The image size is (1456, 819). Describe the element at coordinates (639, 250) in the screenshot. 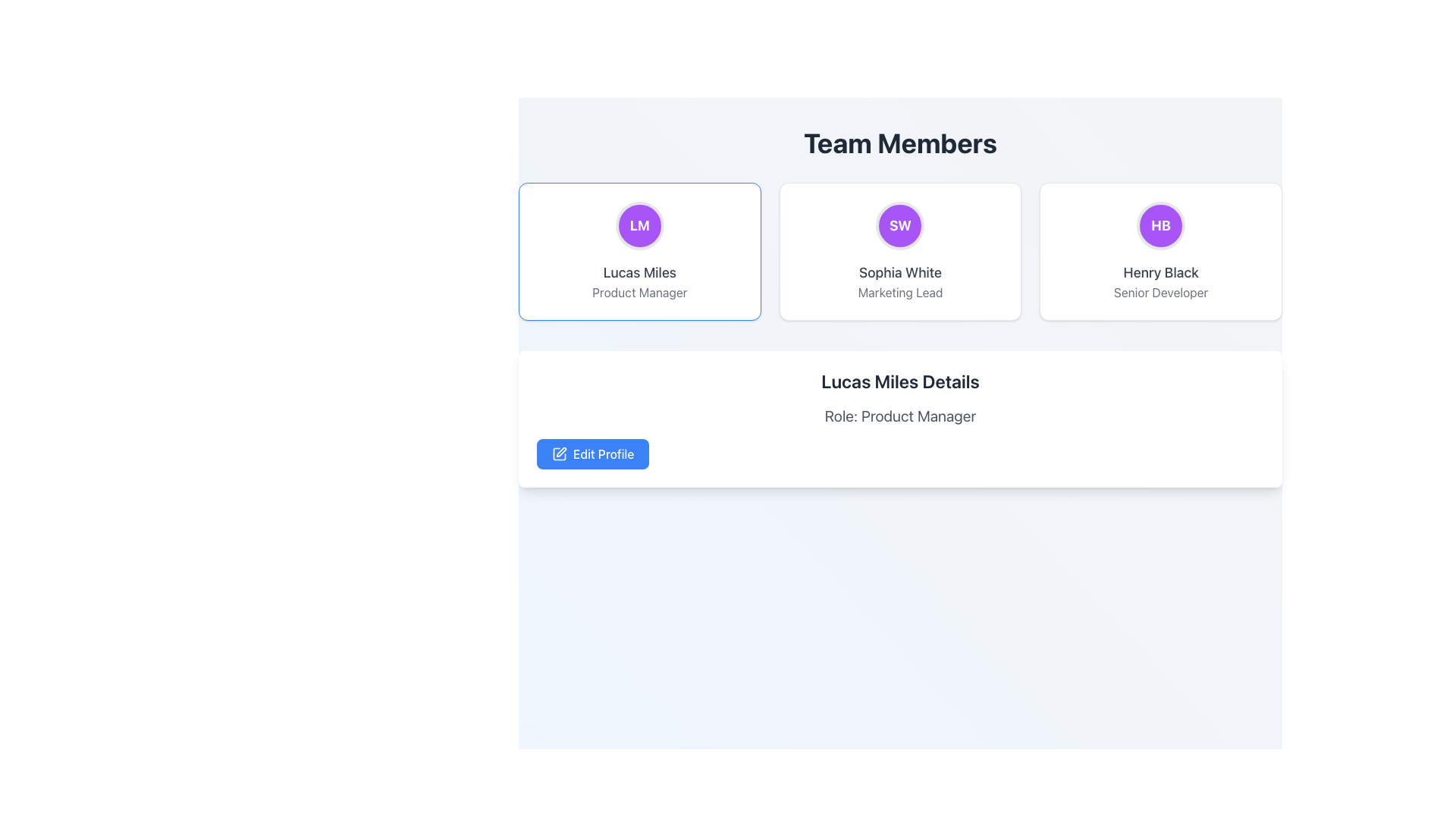

I see `the leftmost Clickable Profile Card in the grid layout` at that location.